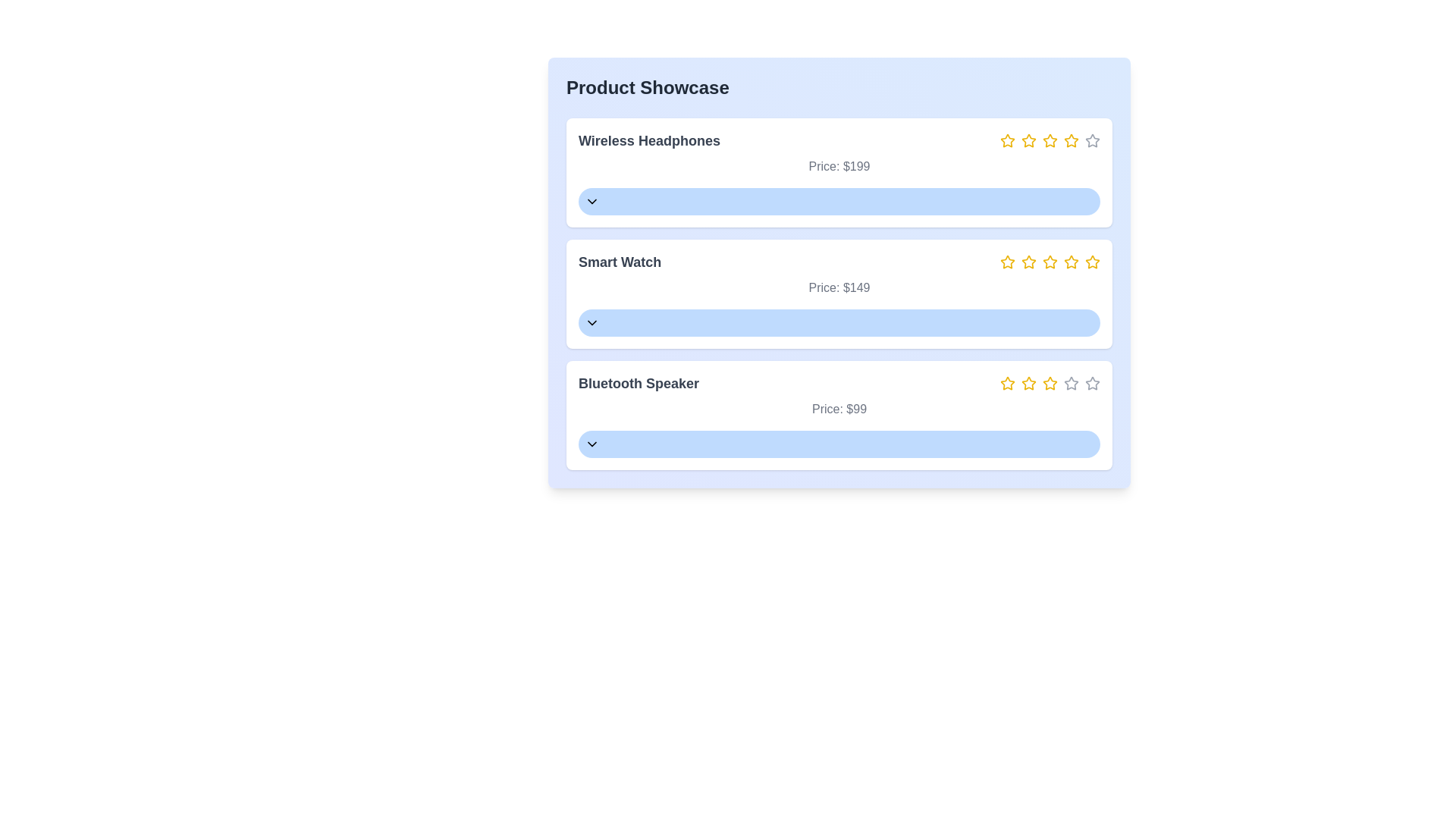 This screenshot has height=819, width=1456. What do you see at coordinates (827, 408) in the screenshot?
I see `text label 'Price:' located on the third product card for the 'Bluetooth Speaker', which is displayed in a medium-sized, dark font` at bounding box center [827, 408].